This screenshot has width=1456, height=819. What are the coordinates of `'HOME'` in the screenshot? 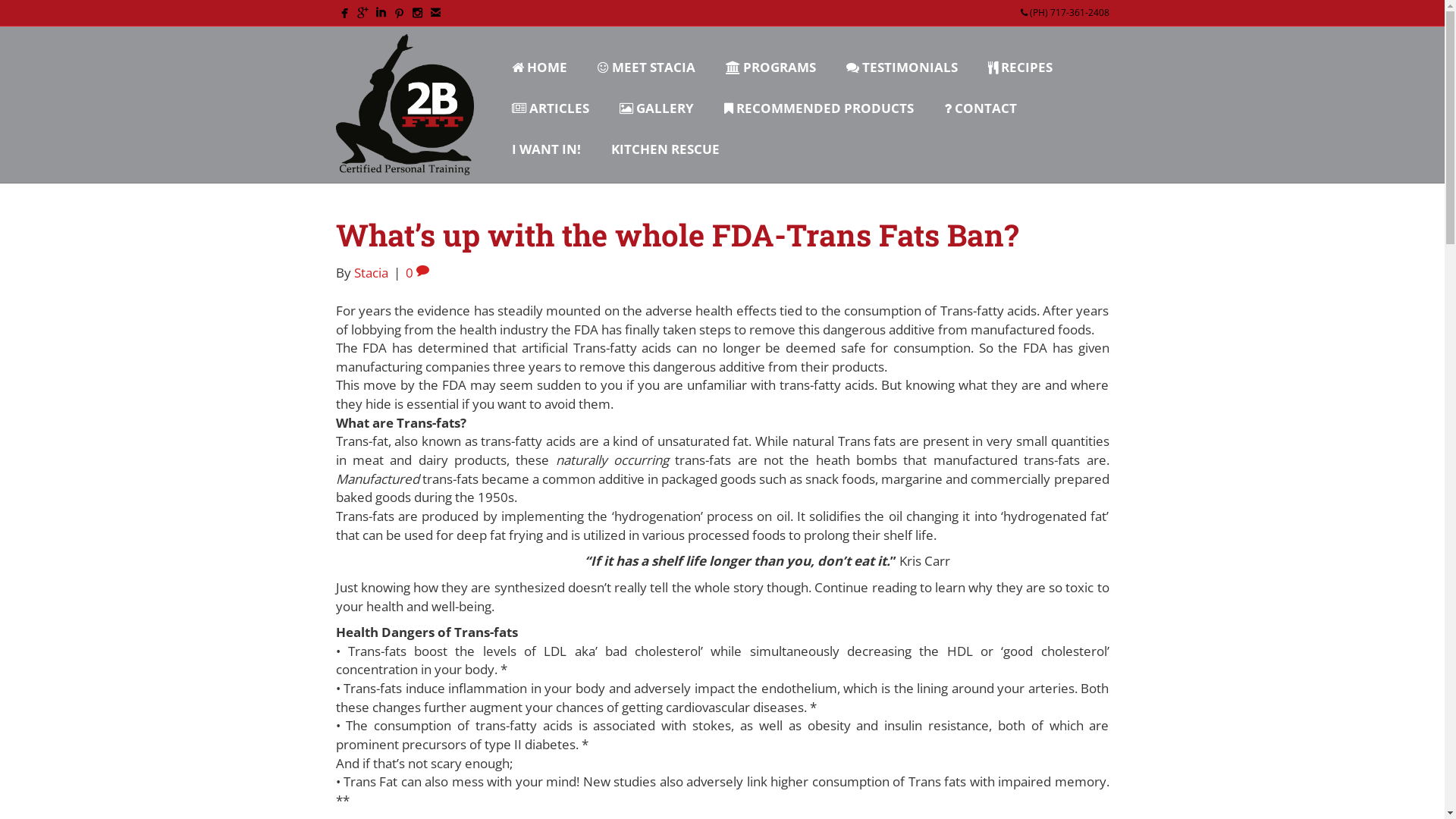 It's located at (539, 63).